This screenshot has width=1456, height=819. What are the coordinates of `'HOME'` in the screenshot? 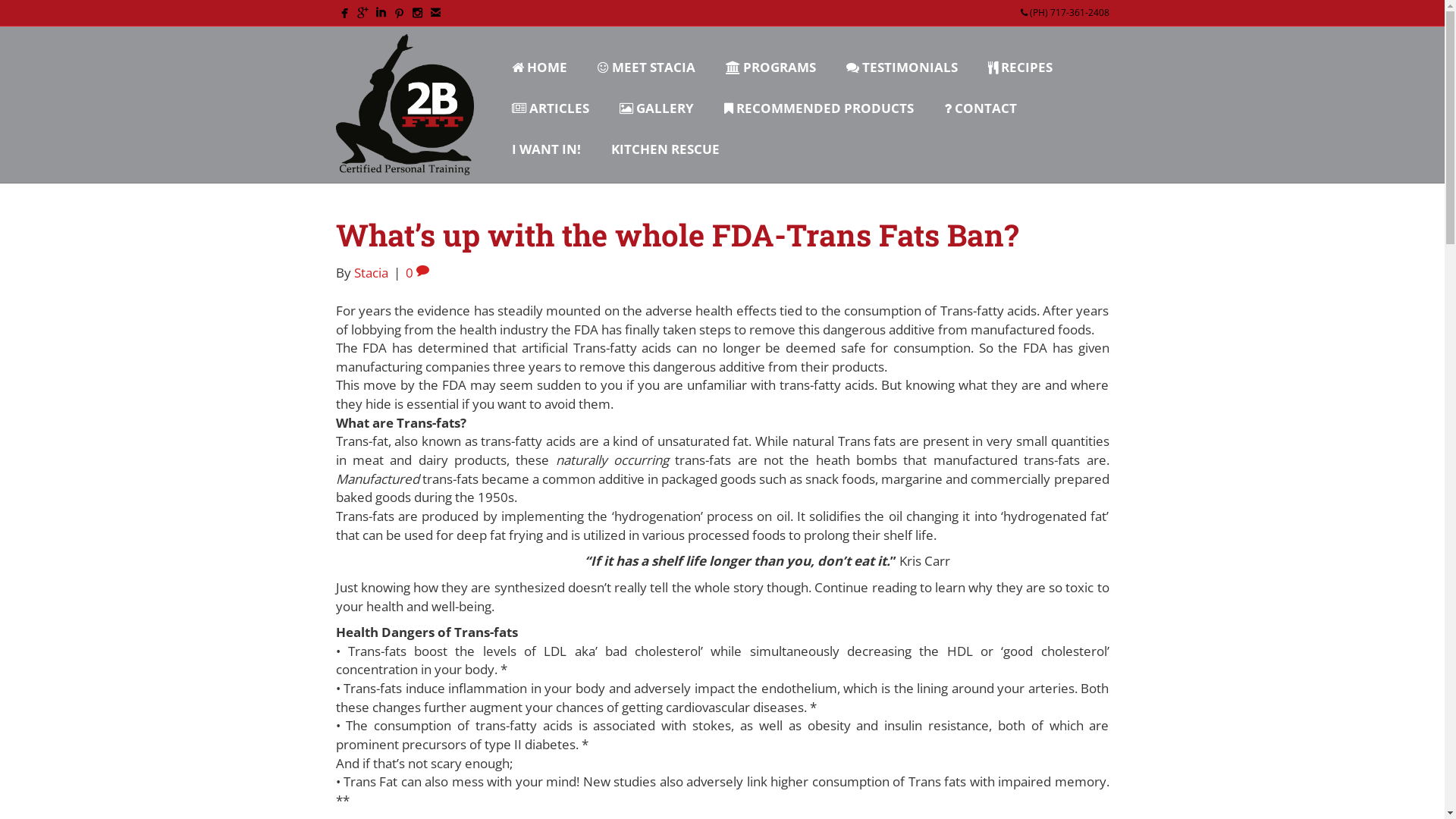 It's located at (539, 63).